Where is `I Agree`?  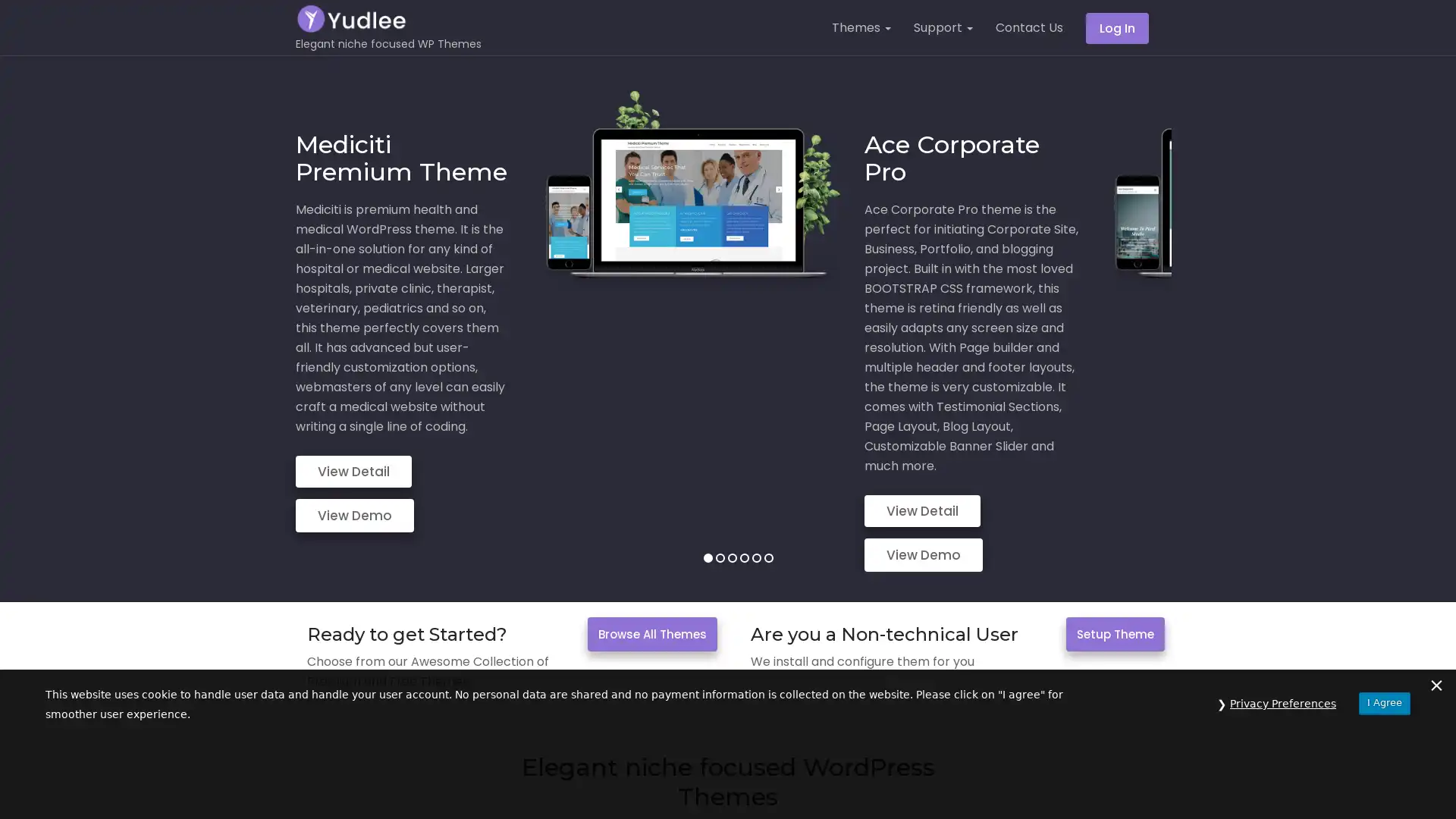 I Agree is located at coordinates (1384, 783).